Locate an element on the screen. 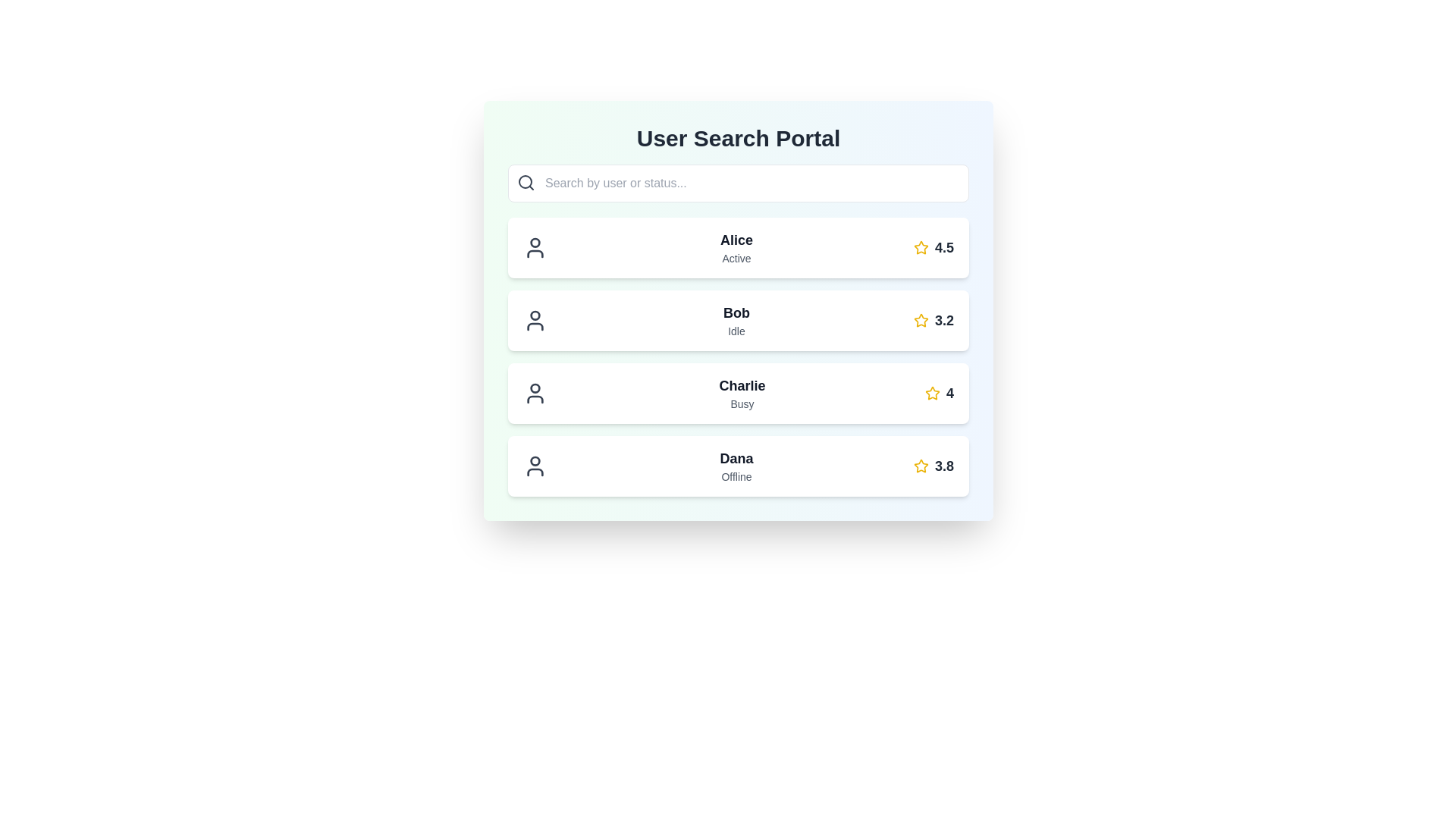 The width and height of the screenshot is (1456, 819). the rating score icon for user 'Dana', which is located at the right end of the row corresponding to her in the user list is located at coordinates (920, 465).